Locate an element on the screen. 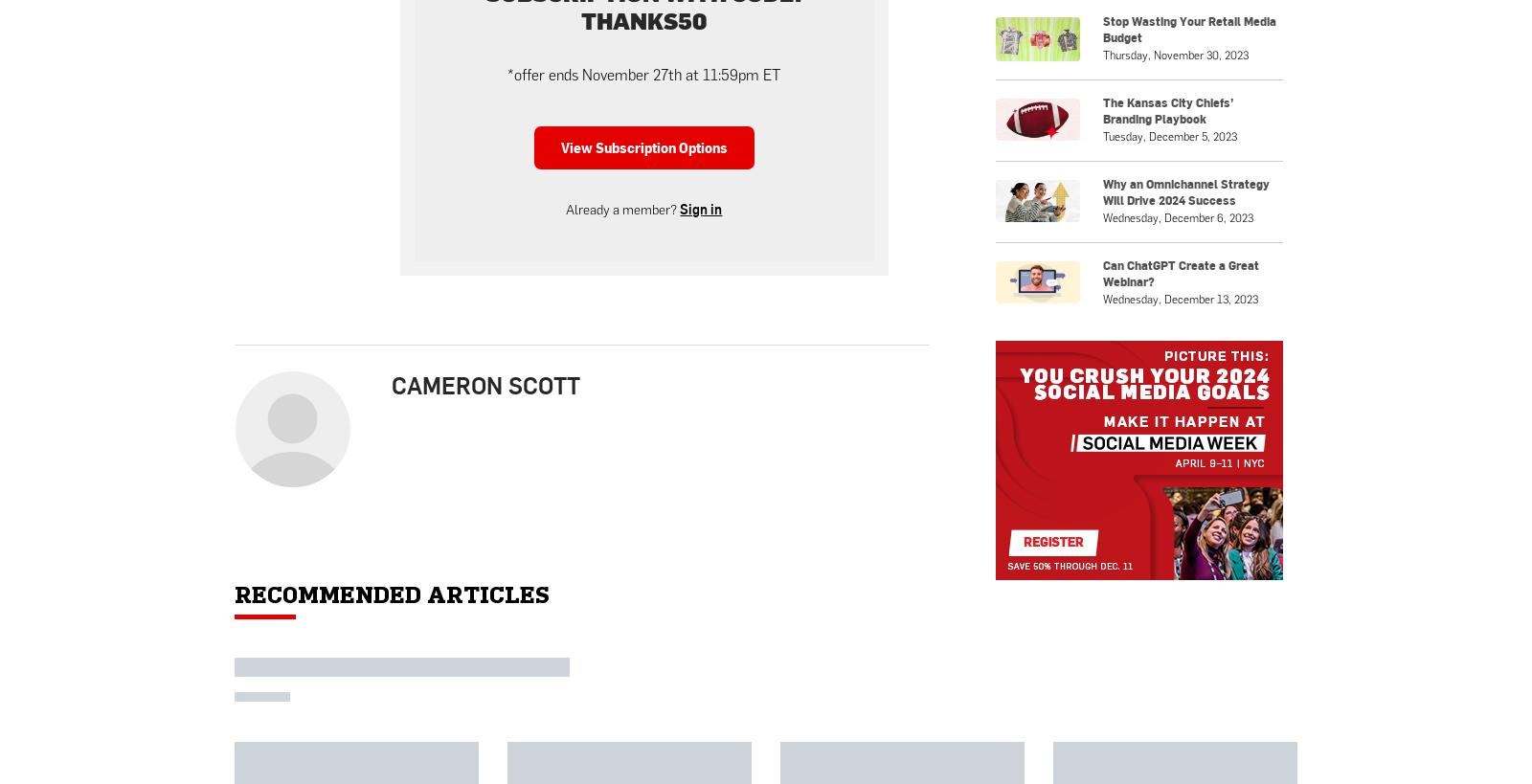 This screenshot has width=1532, height=784. 'The Kansas City Chiefs’ Branding Playbook' is located at coordinates (1102, 376).